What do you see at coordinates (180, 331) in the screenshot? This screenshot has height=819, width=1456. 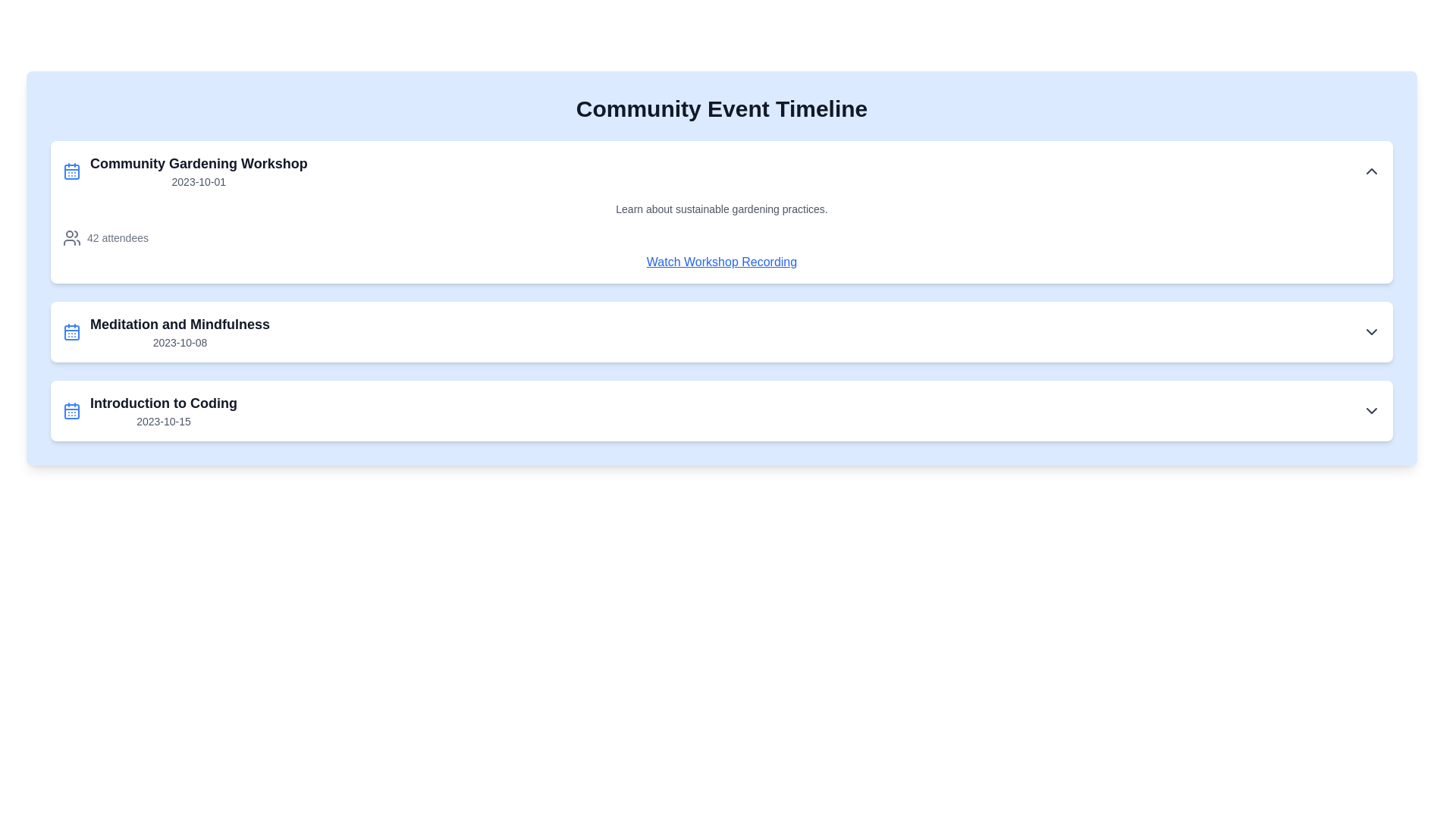 I see `text displayed in the second event block, which includes the title 'Meditation and Mindfulness' and the subtitle '2023-10-08'` at bounding box center [180, 331].